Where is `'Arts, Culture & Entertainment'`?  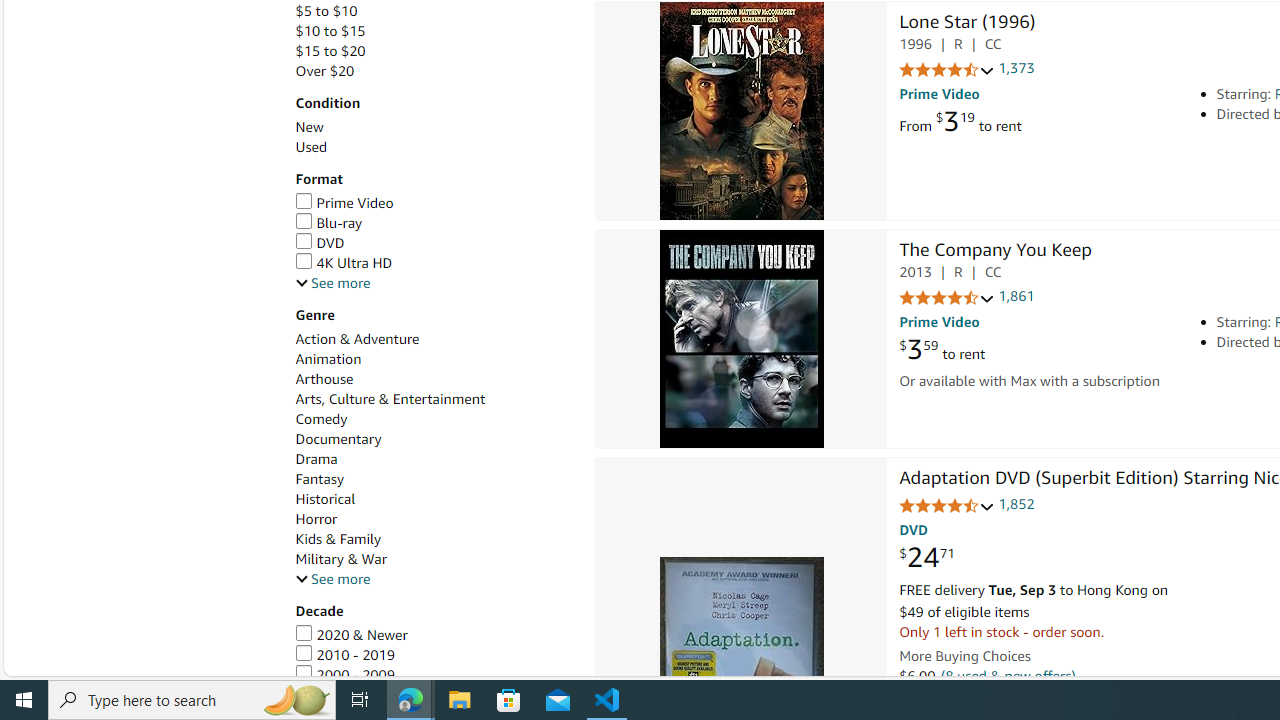
'Arts, Culture & Entertainment' is located at coordinates (390, 399).